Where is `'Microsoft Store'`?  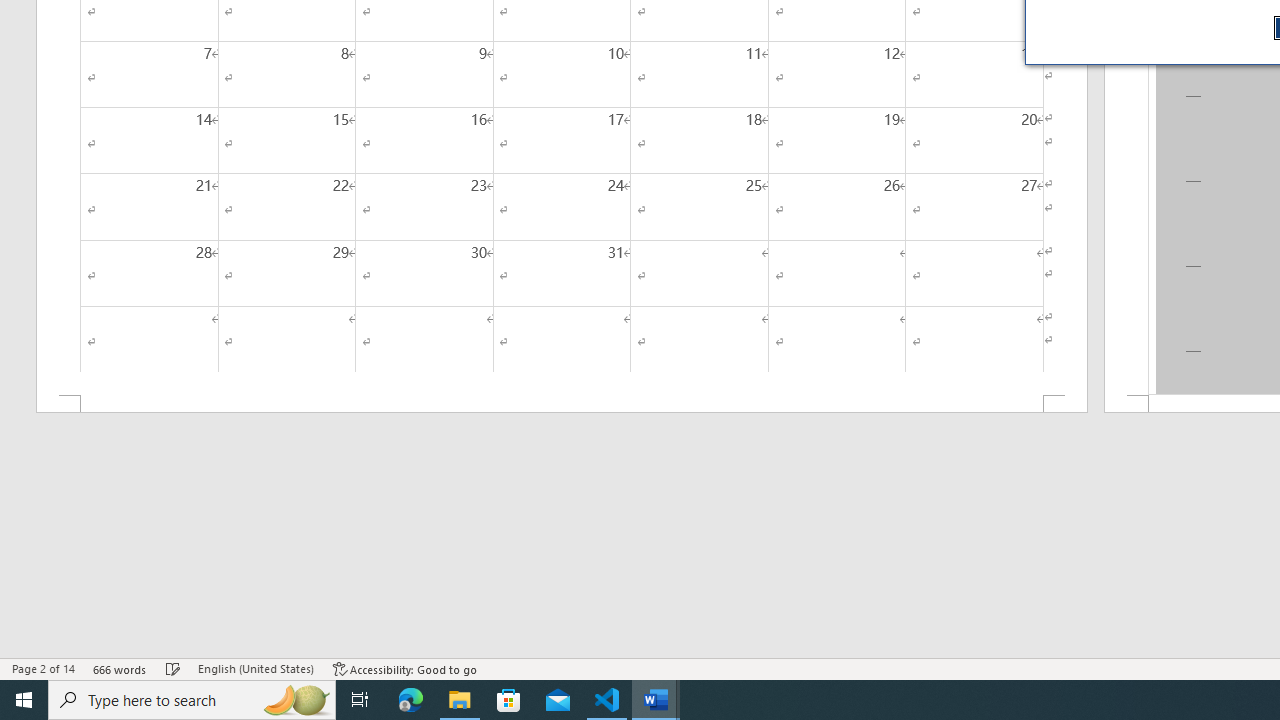 'Microsoft Store' is located at coordinates (509, 698).